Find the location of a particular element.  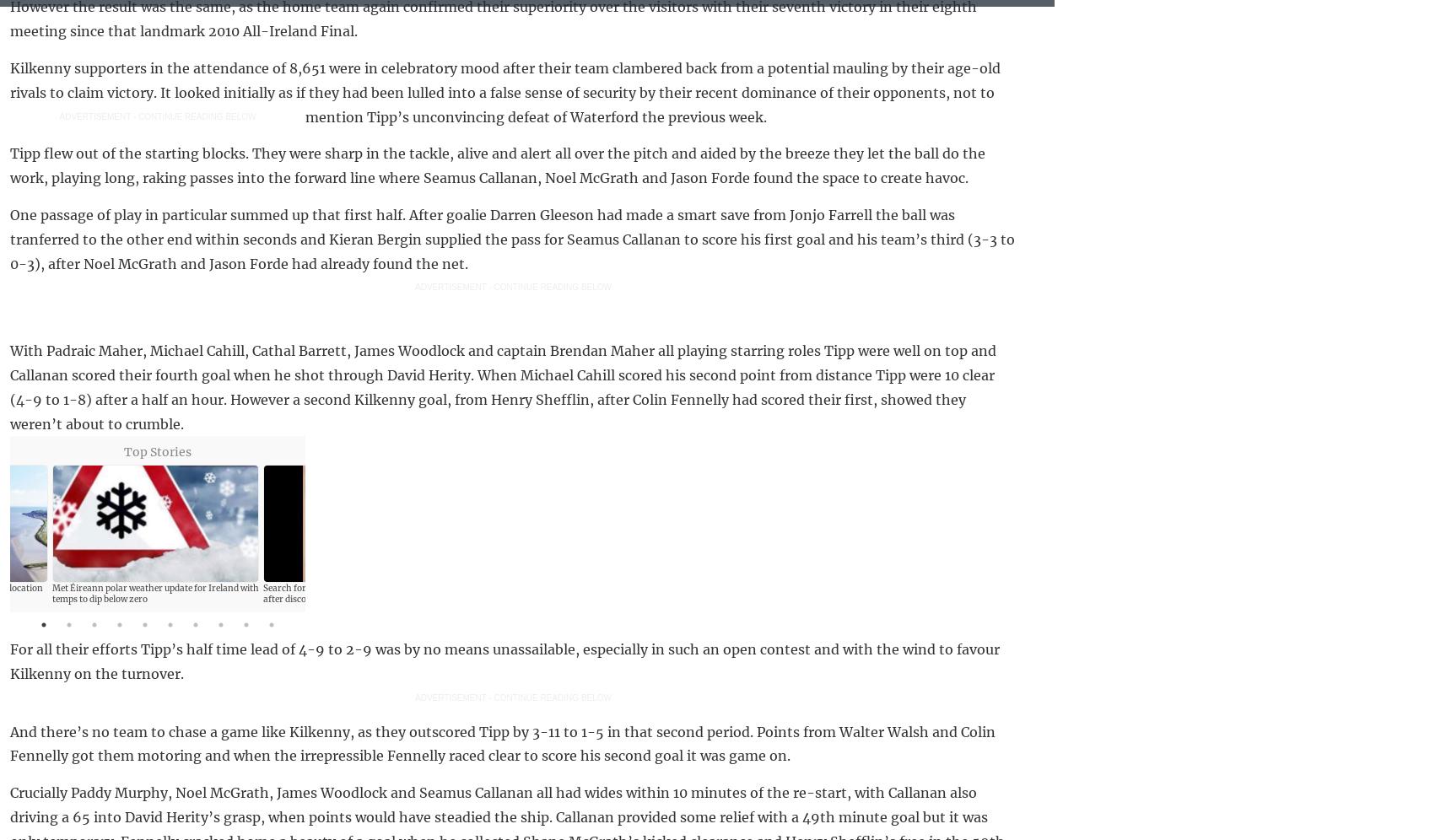

'For all their efforts Tipp’s half time lead of 4-9 to 2-9 was by no means unassailable, especially in such an open contest and with the wind to favour Kilkenny on the turnover.' is located at coordinates (504, 661).